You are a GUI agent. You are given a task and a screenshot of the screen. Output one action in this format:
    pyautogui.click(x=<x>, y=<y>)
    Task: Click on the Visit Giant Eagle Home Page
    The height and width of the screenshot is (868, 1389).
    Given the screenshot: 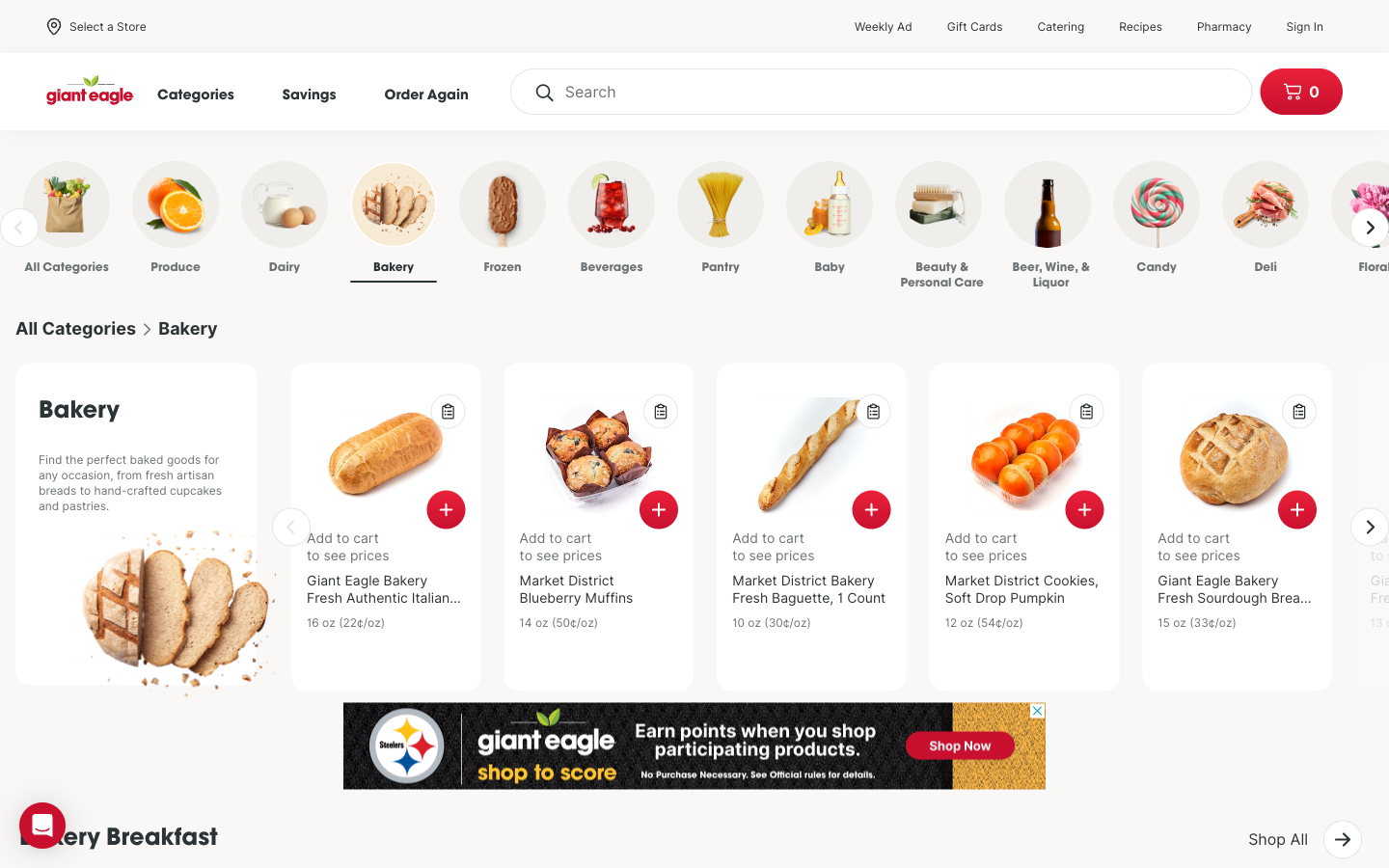 What is the action you would take?
    pyautogui.click(x=91, y=91)
    